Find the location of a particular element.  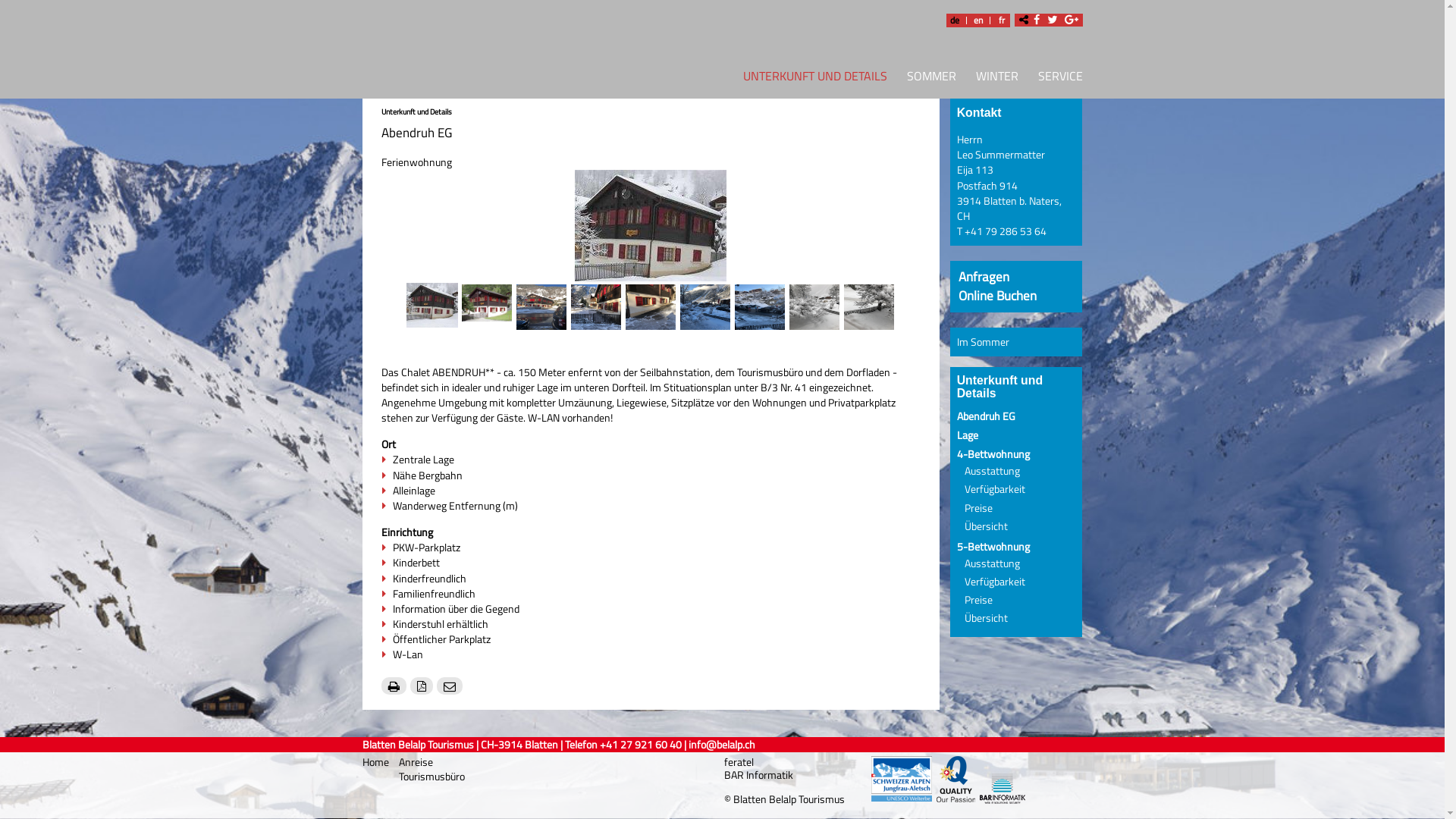

'Im Sommer' is located at coordinates (983, 342).